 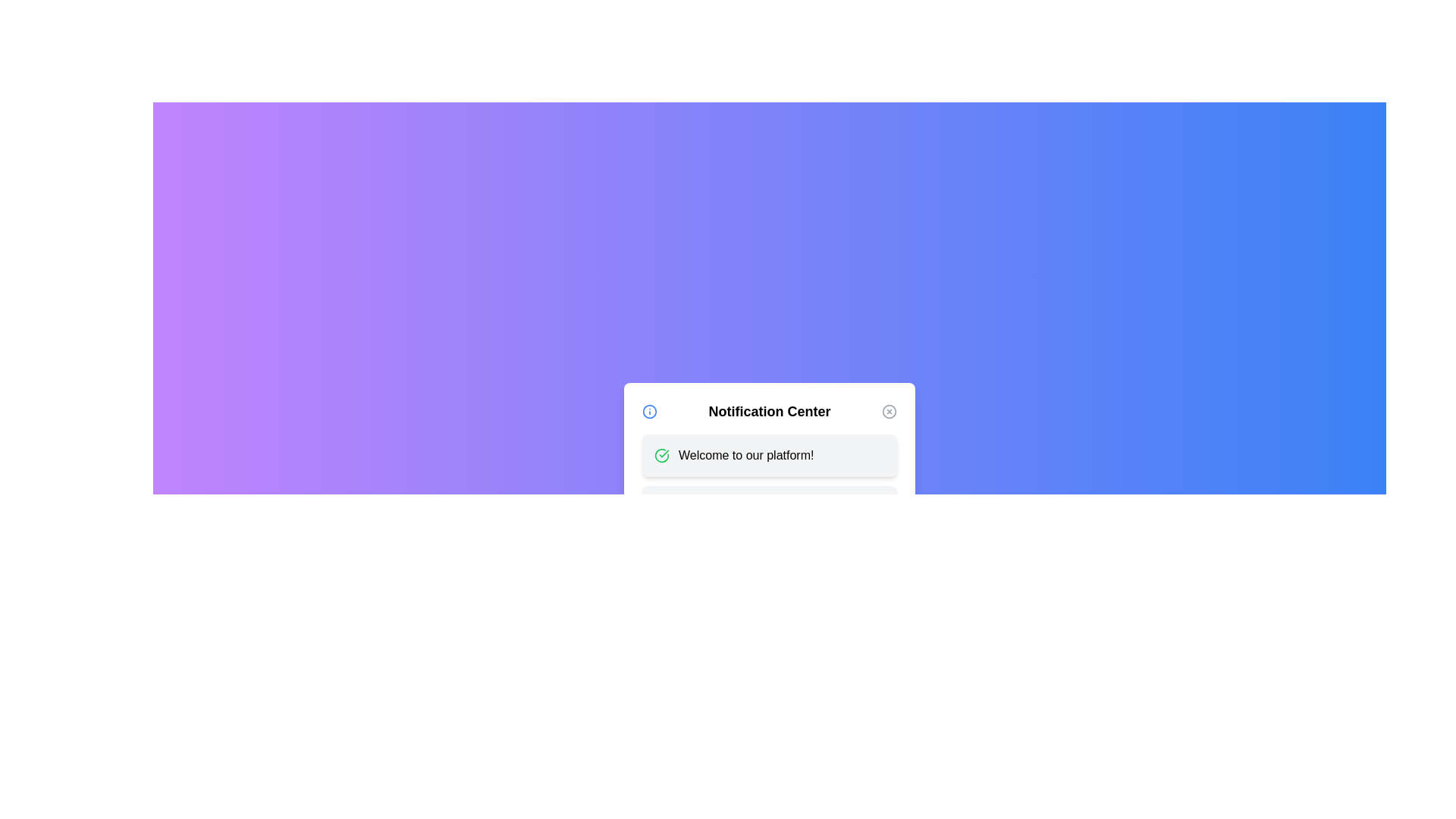 What do you see at coordinates (769, 455) in the screenshot?
I see `the first notification box in the notification center that introduces the platform` at bounding box center [769, 455].